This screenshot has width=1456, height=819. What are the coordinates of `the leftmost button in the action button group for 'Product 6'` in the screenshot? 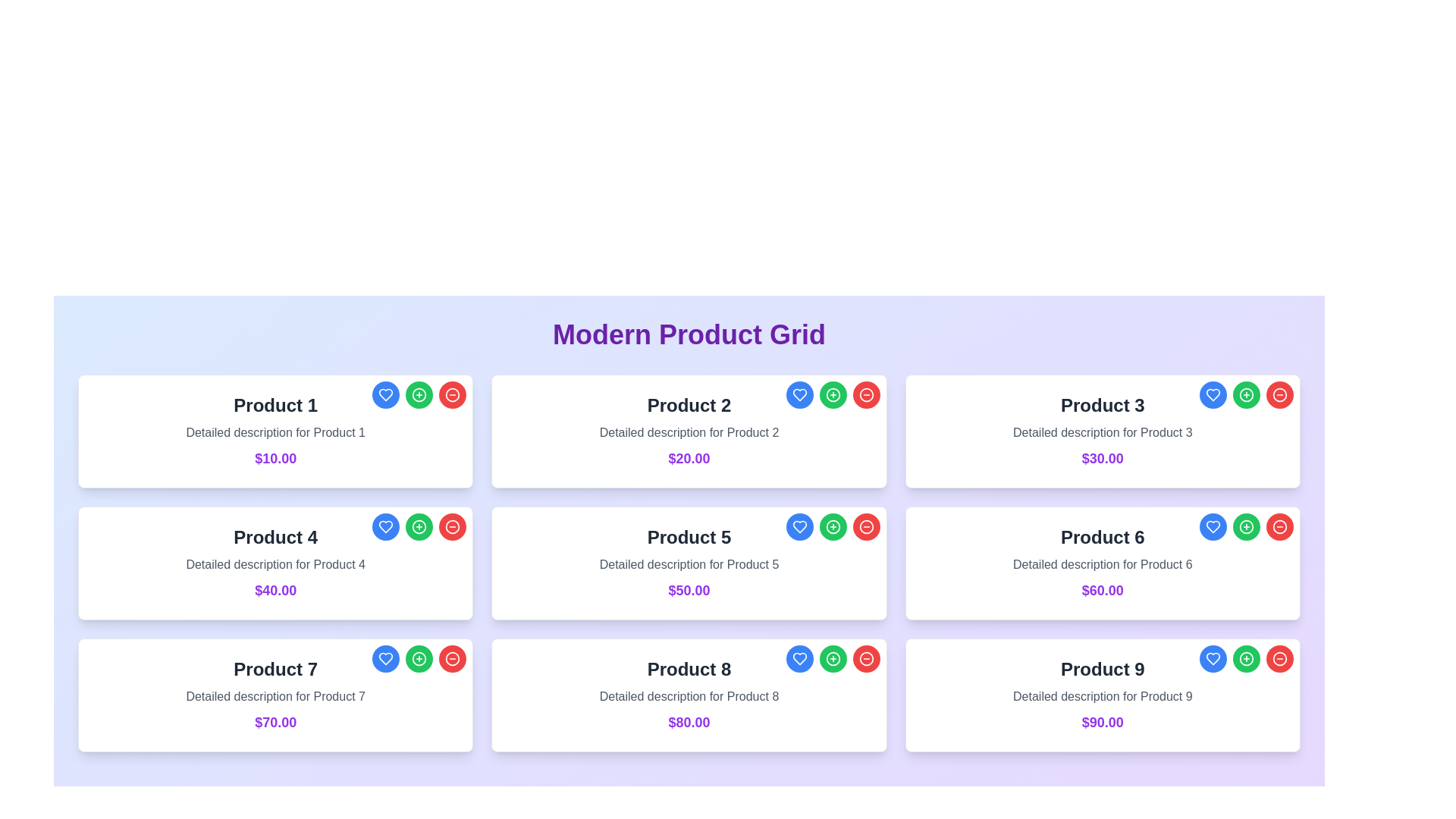 It's located at (1211, 526).